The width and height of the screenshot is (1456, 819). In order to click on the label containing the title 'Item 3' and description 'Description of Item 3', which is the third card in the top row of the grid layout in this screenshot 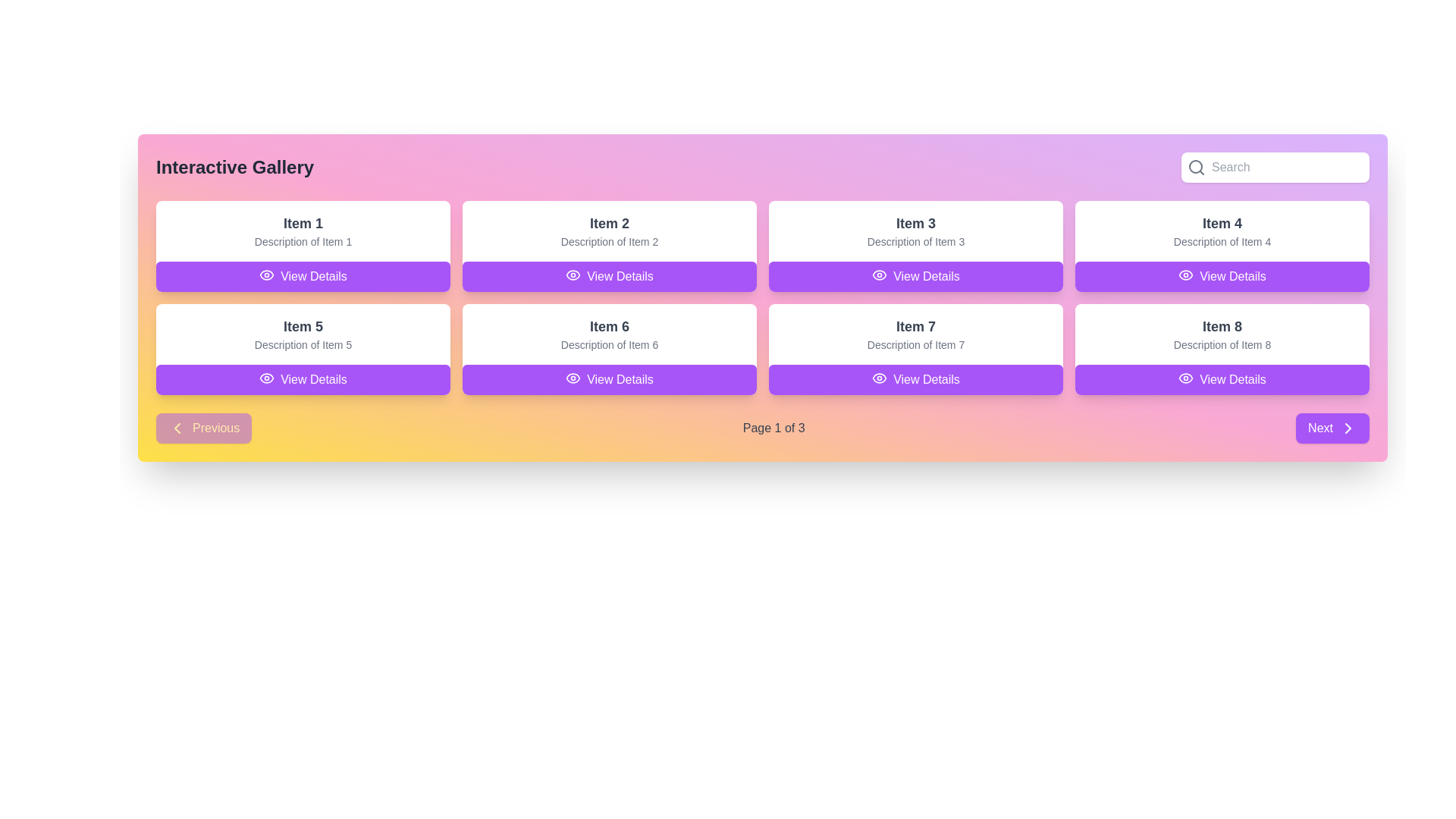, I will do `click(915, 231)`.